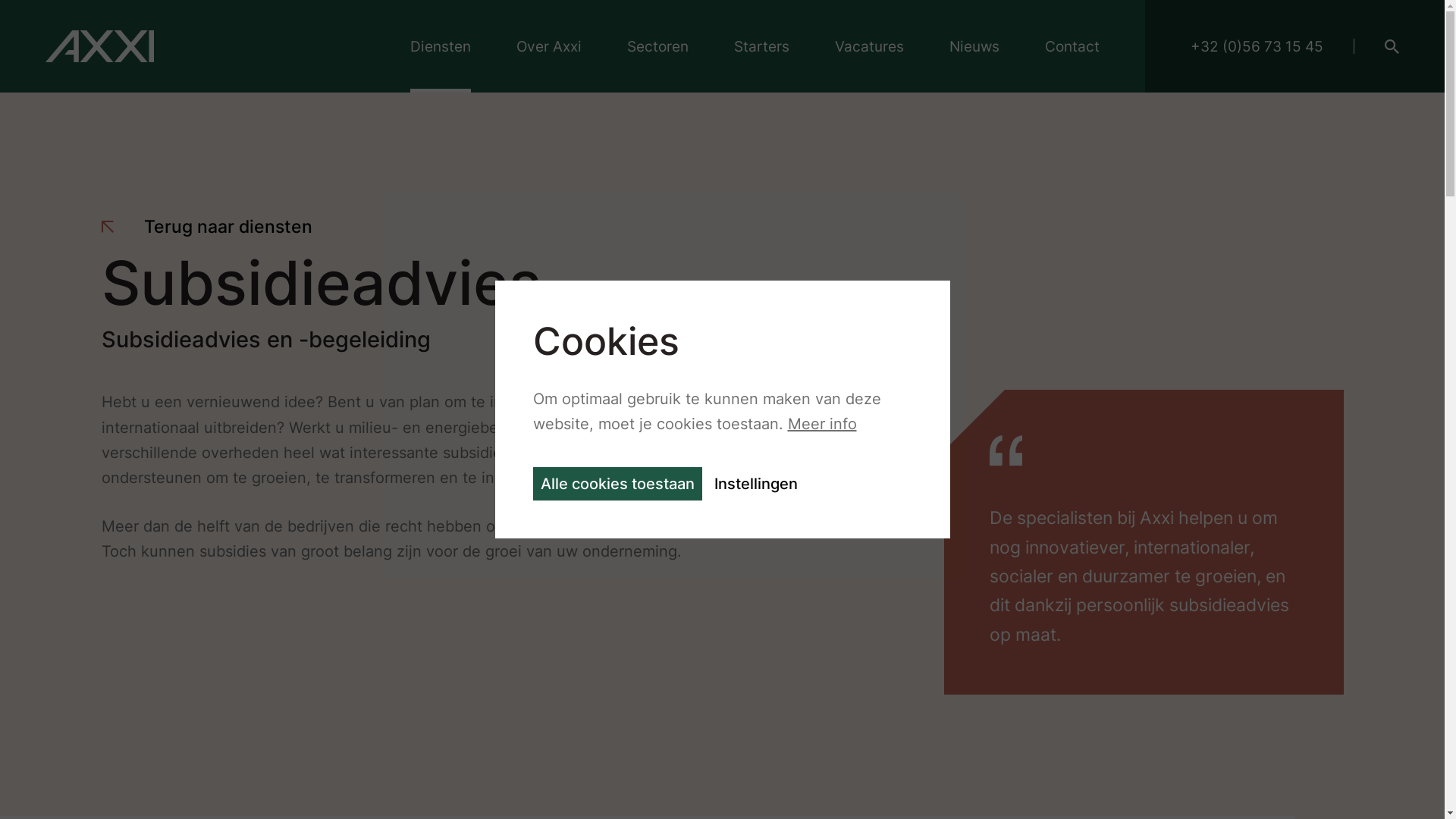  Describe the element at coordinates (617, 483) in the screenshot. I see `'Alle cookies toestaan'` at that location.